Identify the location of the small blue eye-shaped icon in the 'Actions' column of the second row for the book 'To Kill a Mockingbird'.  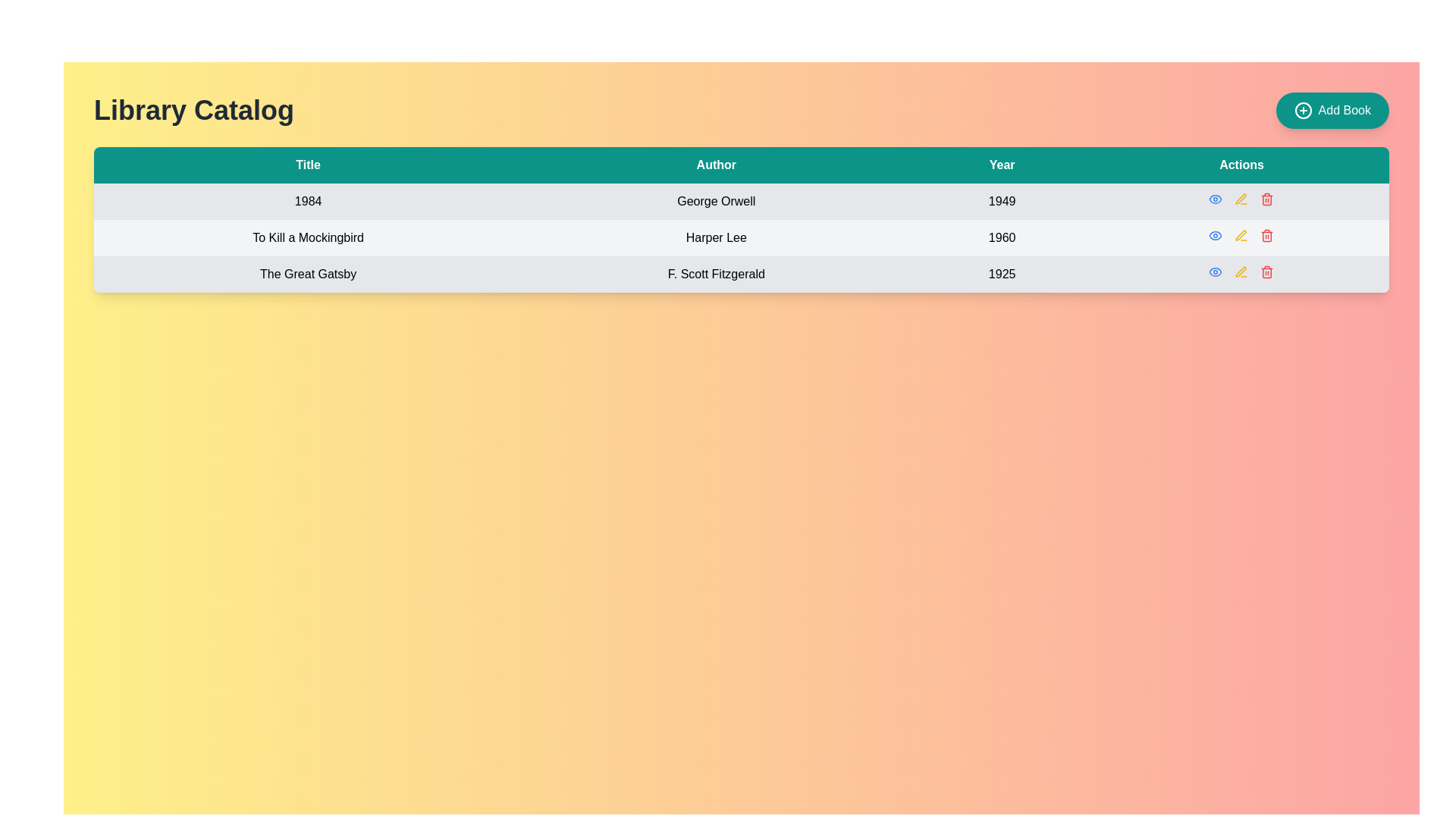
(1216, 236).